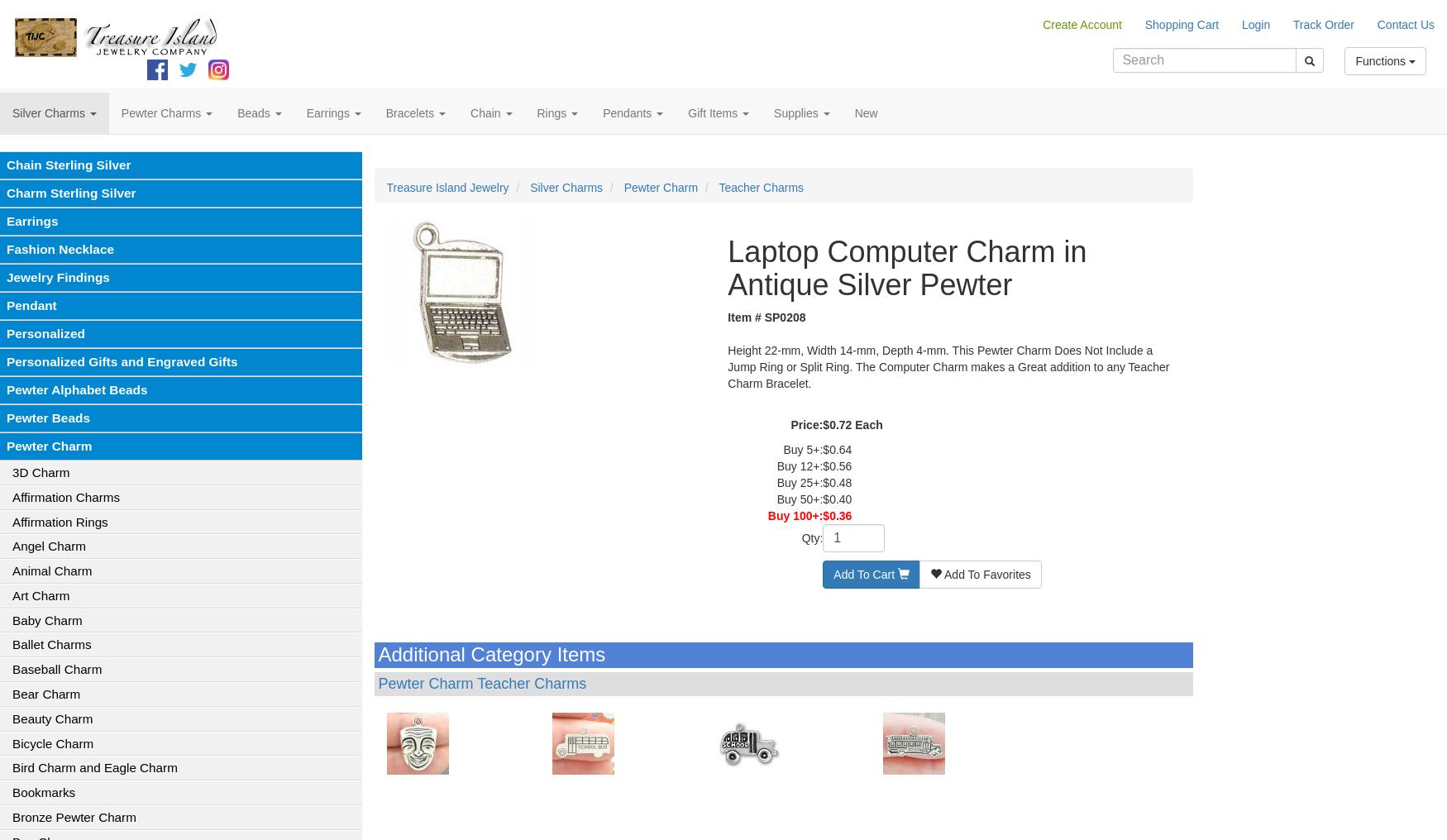 The height and width of the screenshot is (840, 1447). Describe the element at coordinates (765, 317) in the screenshot. I see `'Item # SP0208'` at that location.